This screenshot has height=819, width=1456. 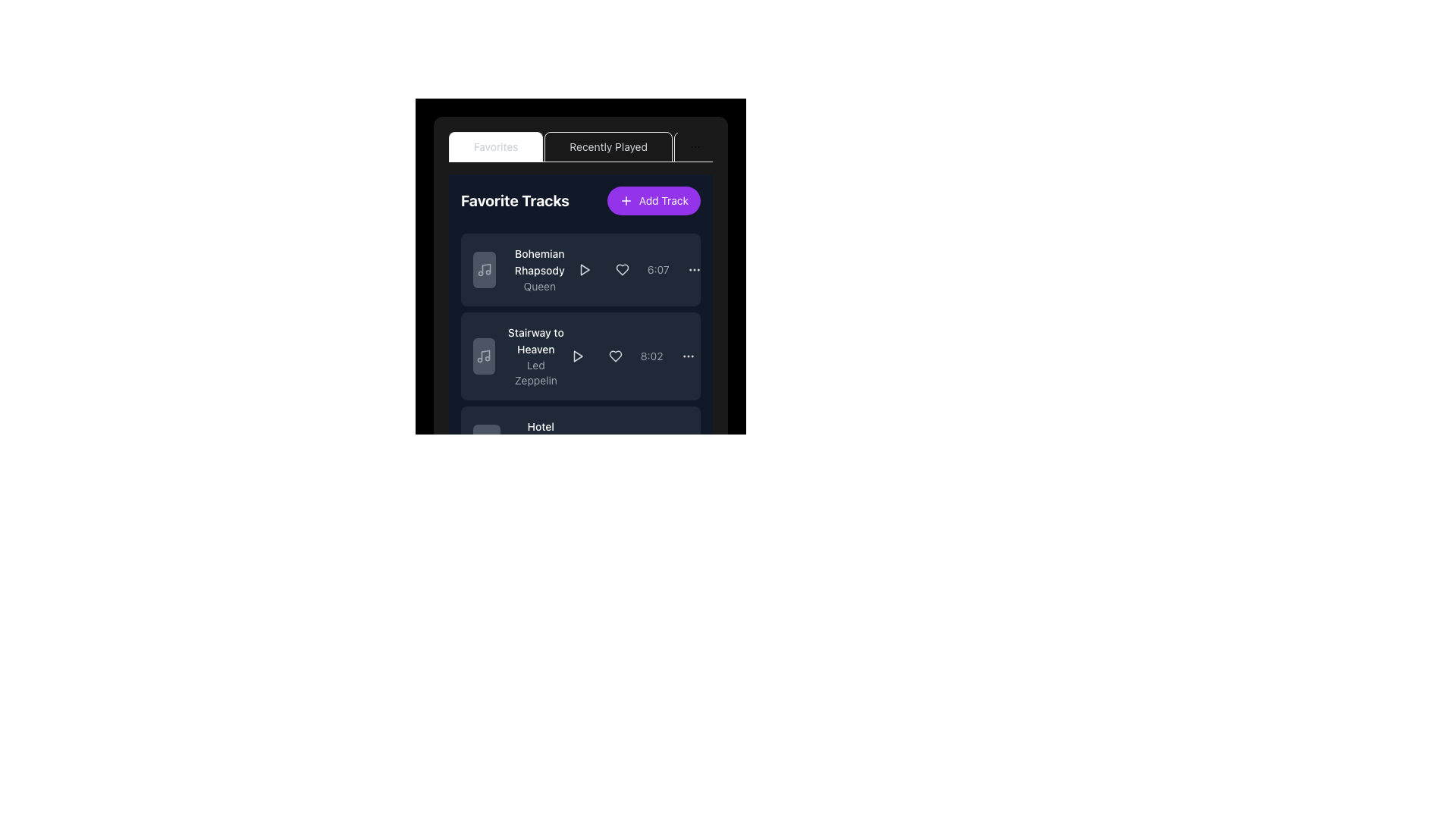 I want to click on the 'Bohemian Rhapsody' text display element, which features the title in white bold font and the artist 'Queen' in gray font, located in the 'Favorite Tracks' section, so click(x=522, y=268).